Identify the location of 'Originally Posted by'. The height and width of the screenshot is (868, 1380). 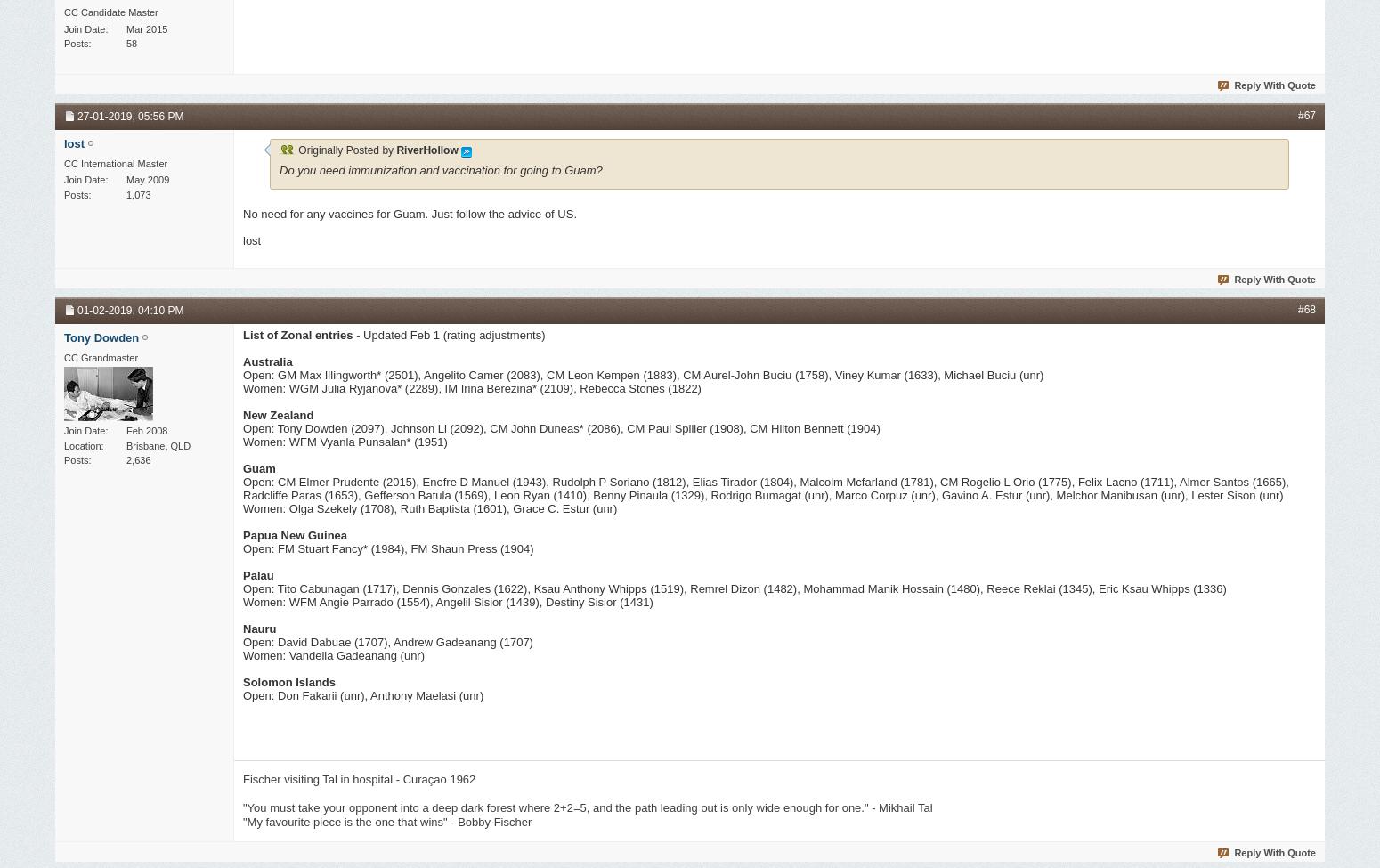
(345, 148).